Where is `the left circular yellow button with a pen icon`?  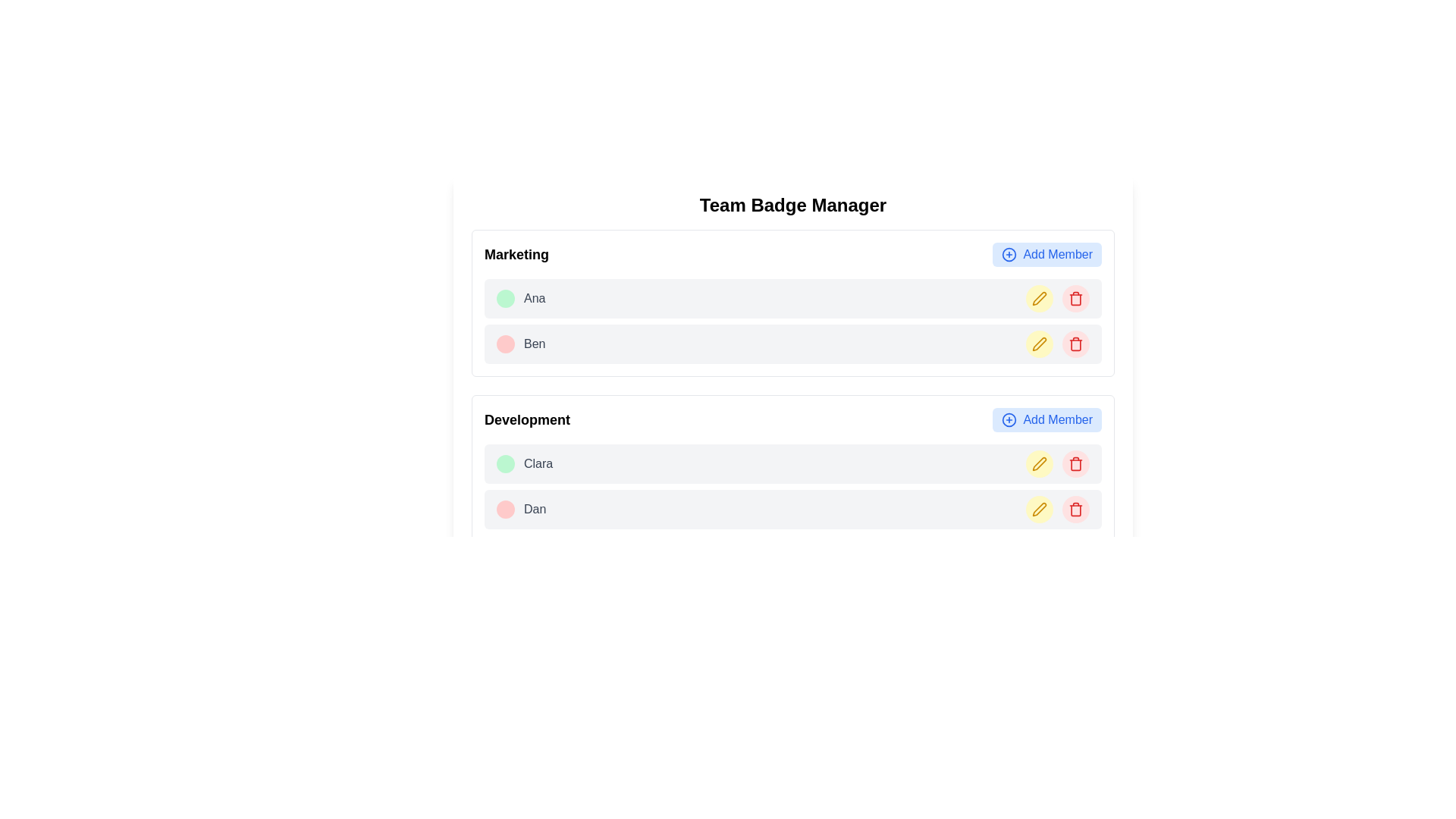 the left circular yellow button with a pen icon is located at coordinates (1057, 298).